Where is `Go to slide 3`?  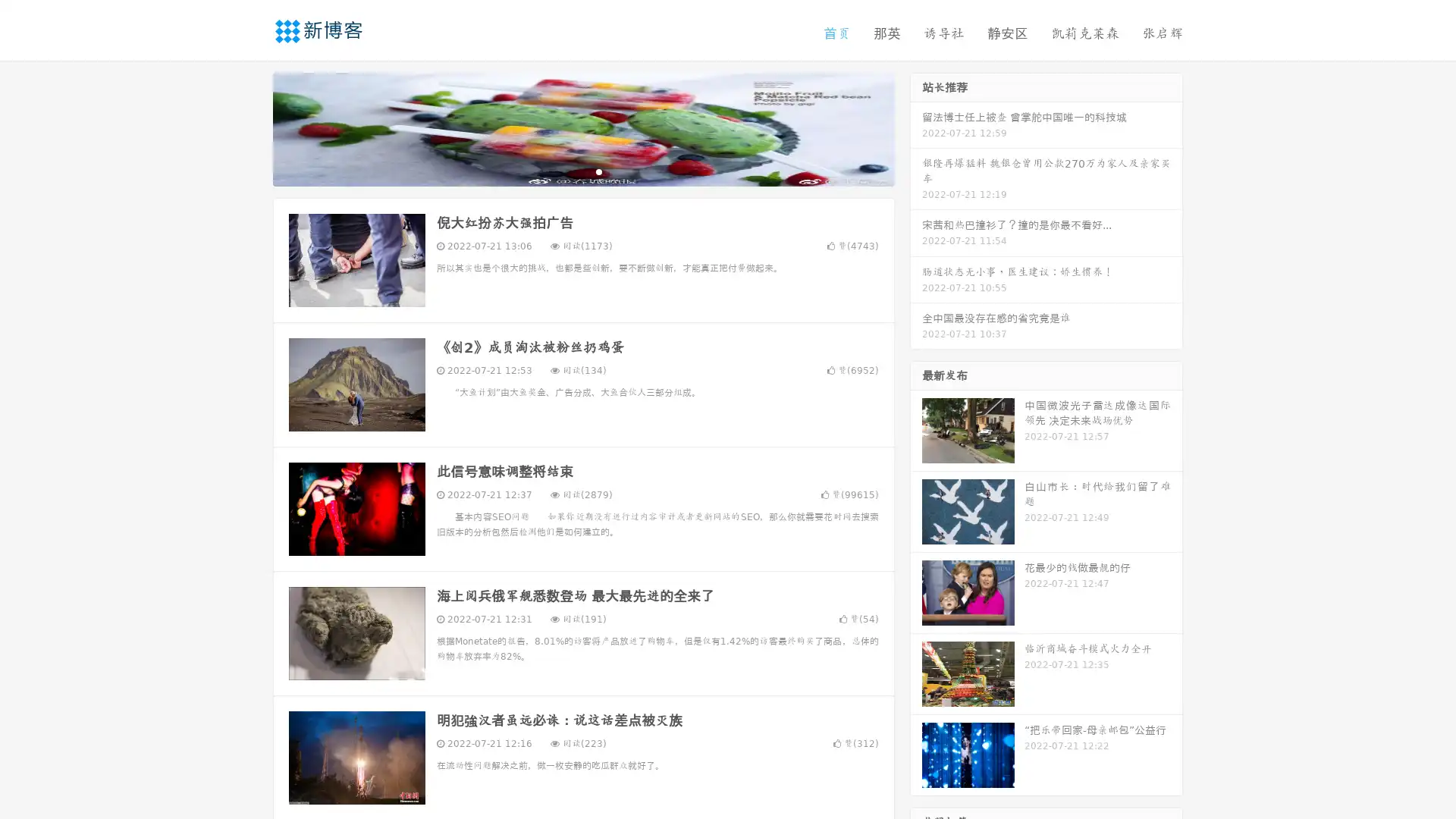 Go to slide 3 is located at coordinates (598, 171).